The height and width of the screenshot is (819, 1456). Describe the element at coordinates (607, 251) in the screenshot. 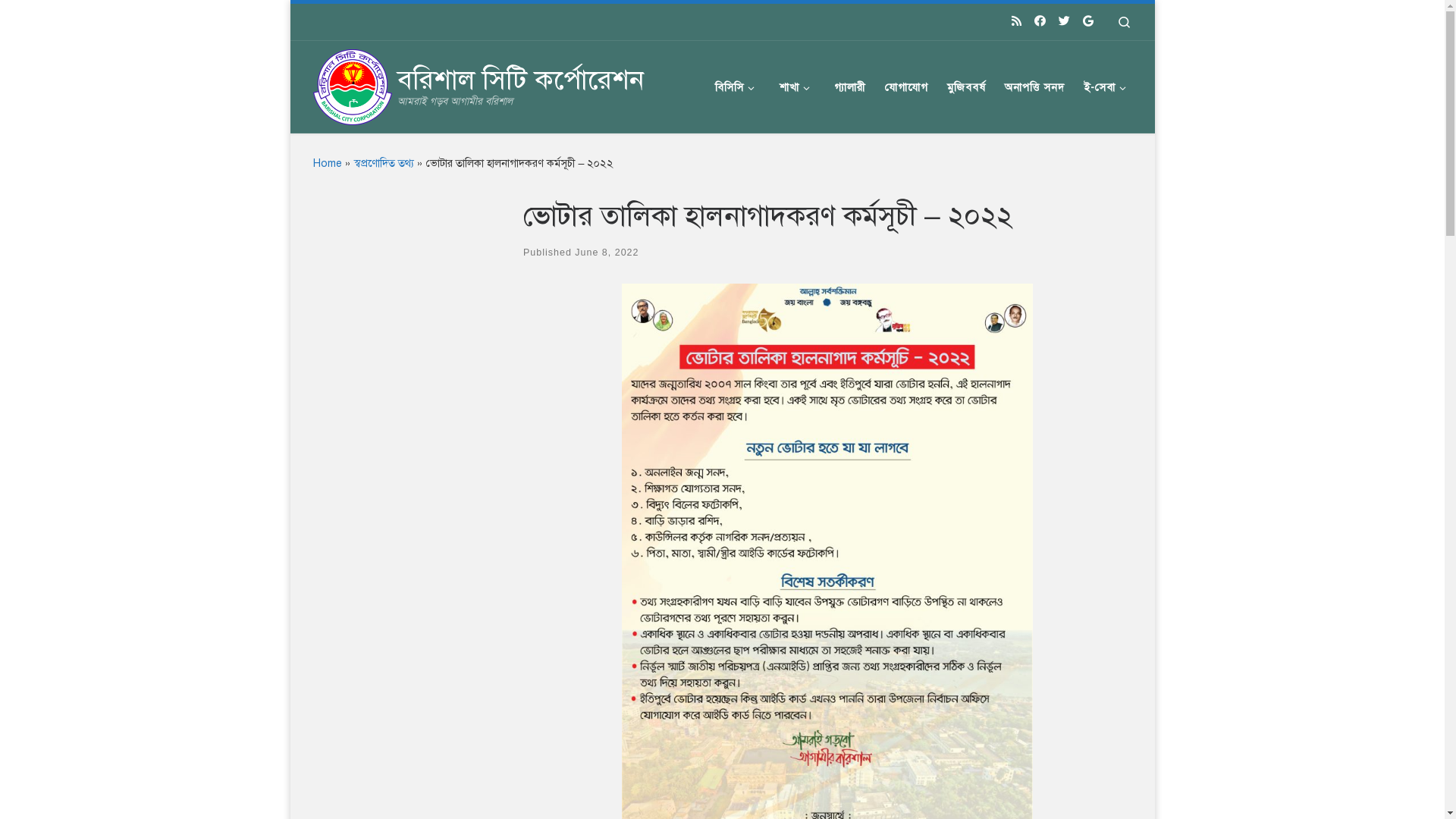

I see `'June 8, 2022'` at that location.